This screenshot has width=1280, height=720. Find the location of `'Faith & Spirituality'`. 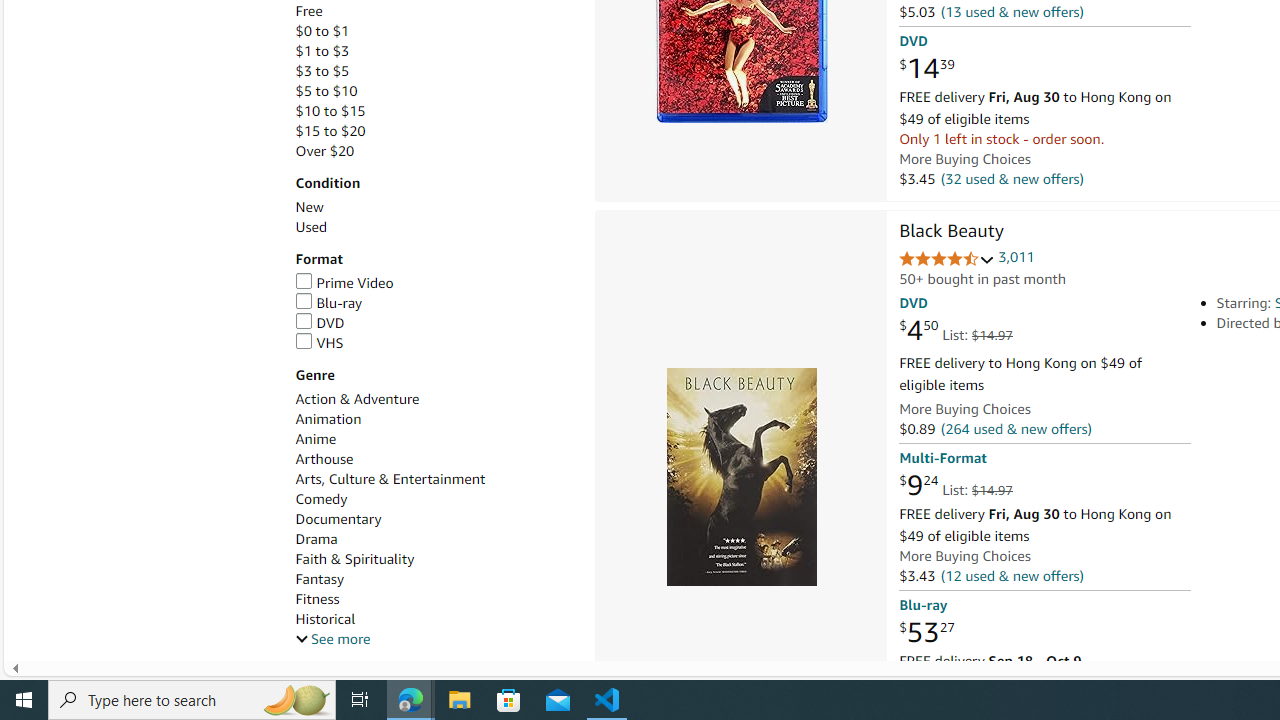

'Faith & Spirituality' is located at coordinates (433, 559).